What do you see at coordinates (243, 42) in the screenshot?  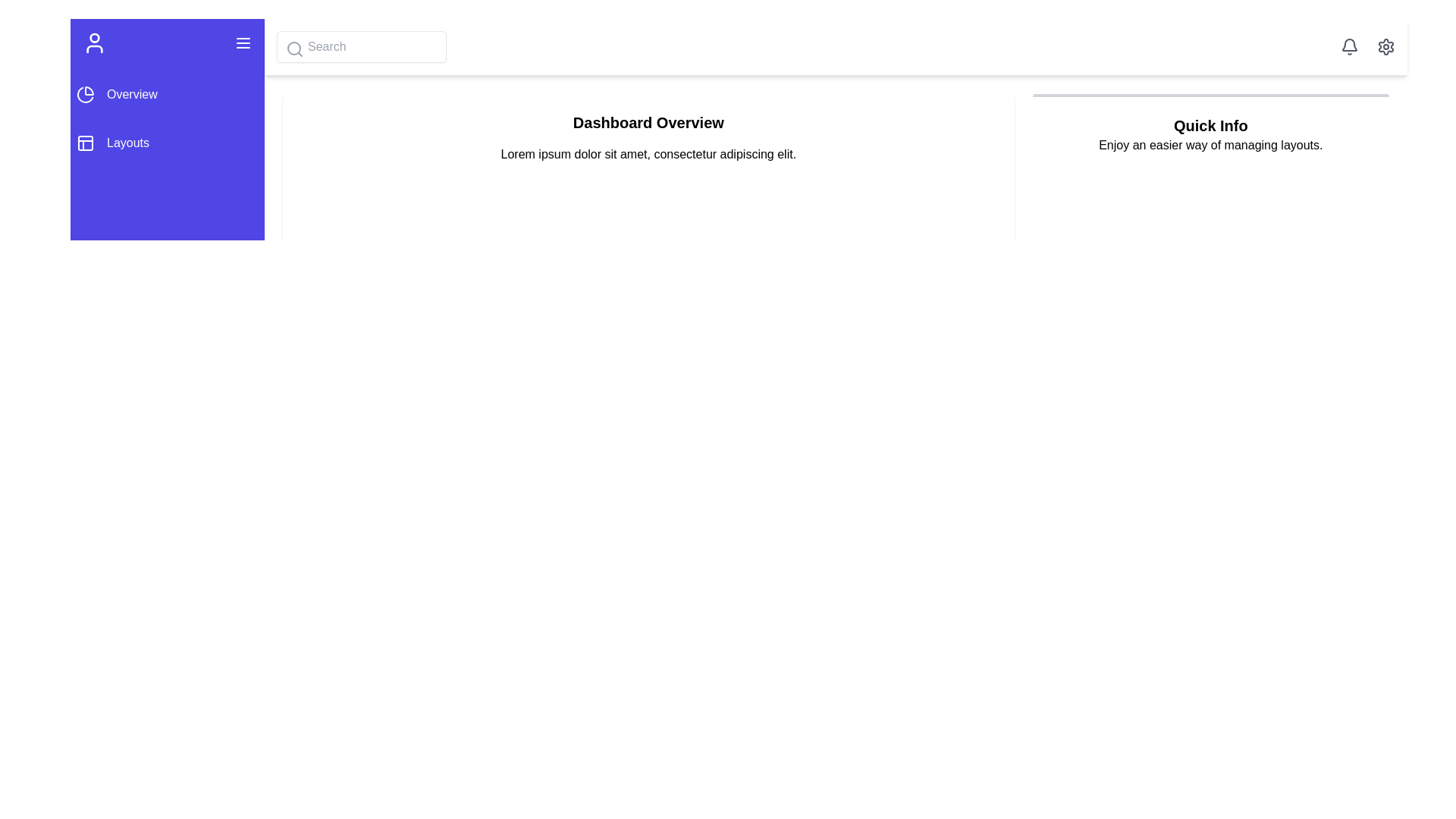 I see `the toggle button located in the top-right corner of the vertical blue navigation bar` at bounding box center [243, 42].